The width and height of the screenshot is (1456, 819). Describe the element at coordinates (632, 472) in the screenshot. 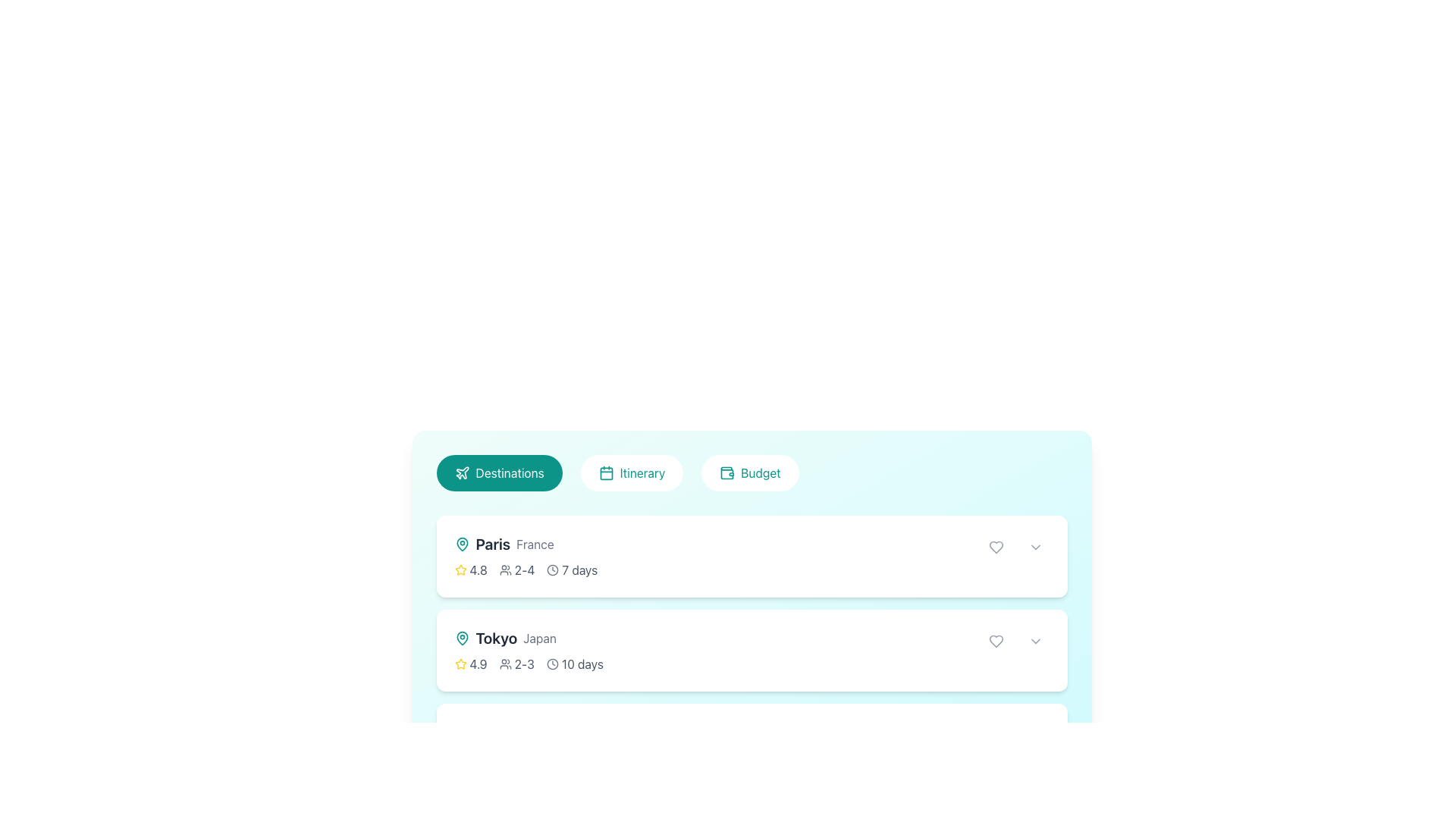

I see `the 'Itinerary' button, which is a rounded rectangular button with a white background and teal text, located centrally at the top of the interface between the 'Destinations' and 'Budget' buttons` at that location.